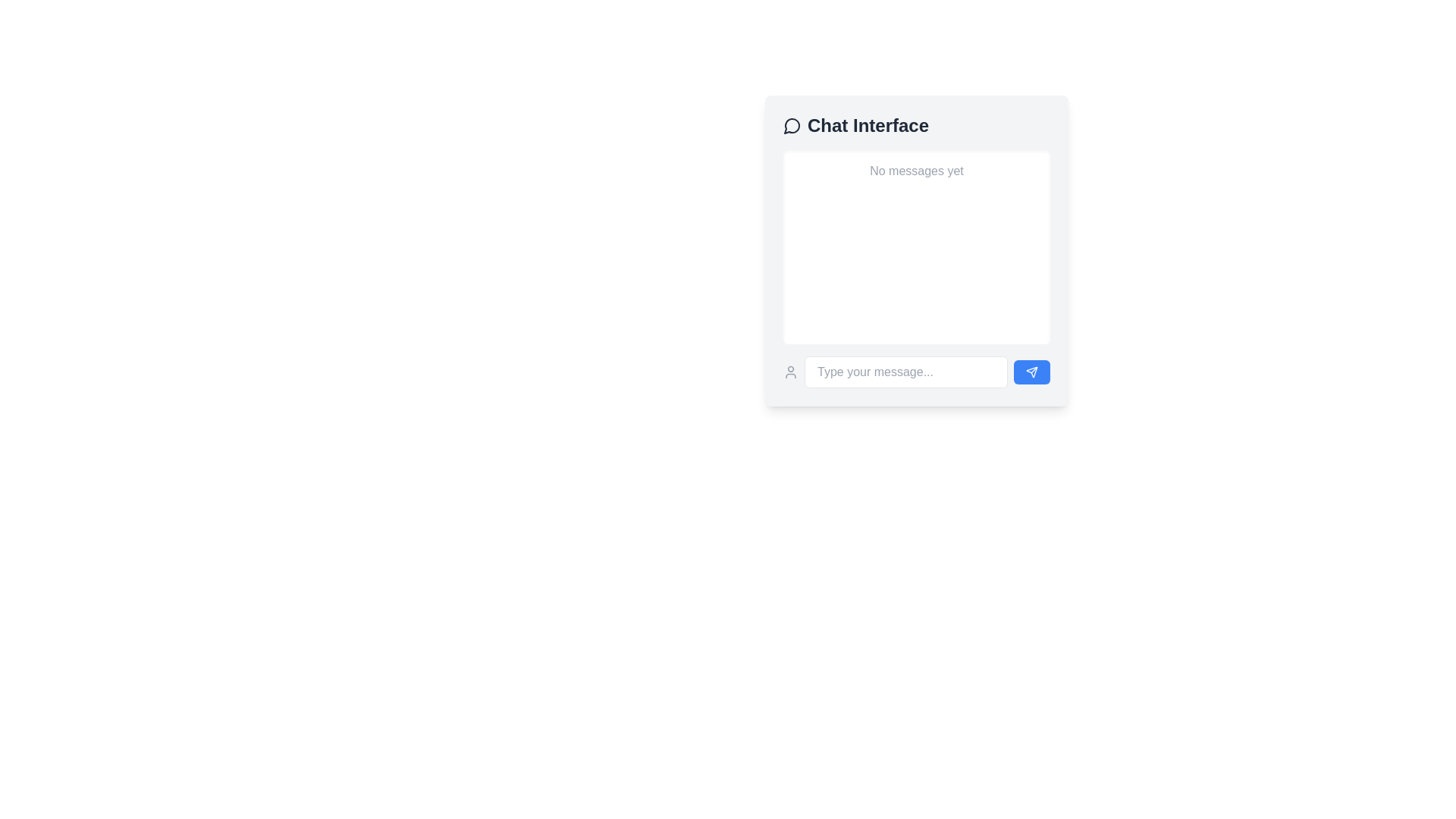 Image resolution: width=1456 pixels, height=819 pixels. Describe the element at coordinates (906, 372) in the screenshot. I see `the text input box for messages, which is a rounded rectangle with placeholder text 'Type your message...' located at the bottom of the chat interface` at that location.